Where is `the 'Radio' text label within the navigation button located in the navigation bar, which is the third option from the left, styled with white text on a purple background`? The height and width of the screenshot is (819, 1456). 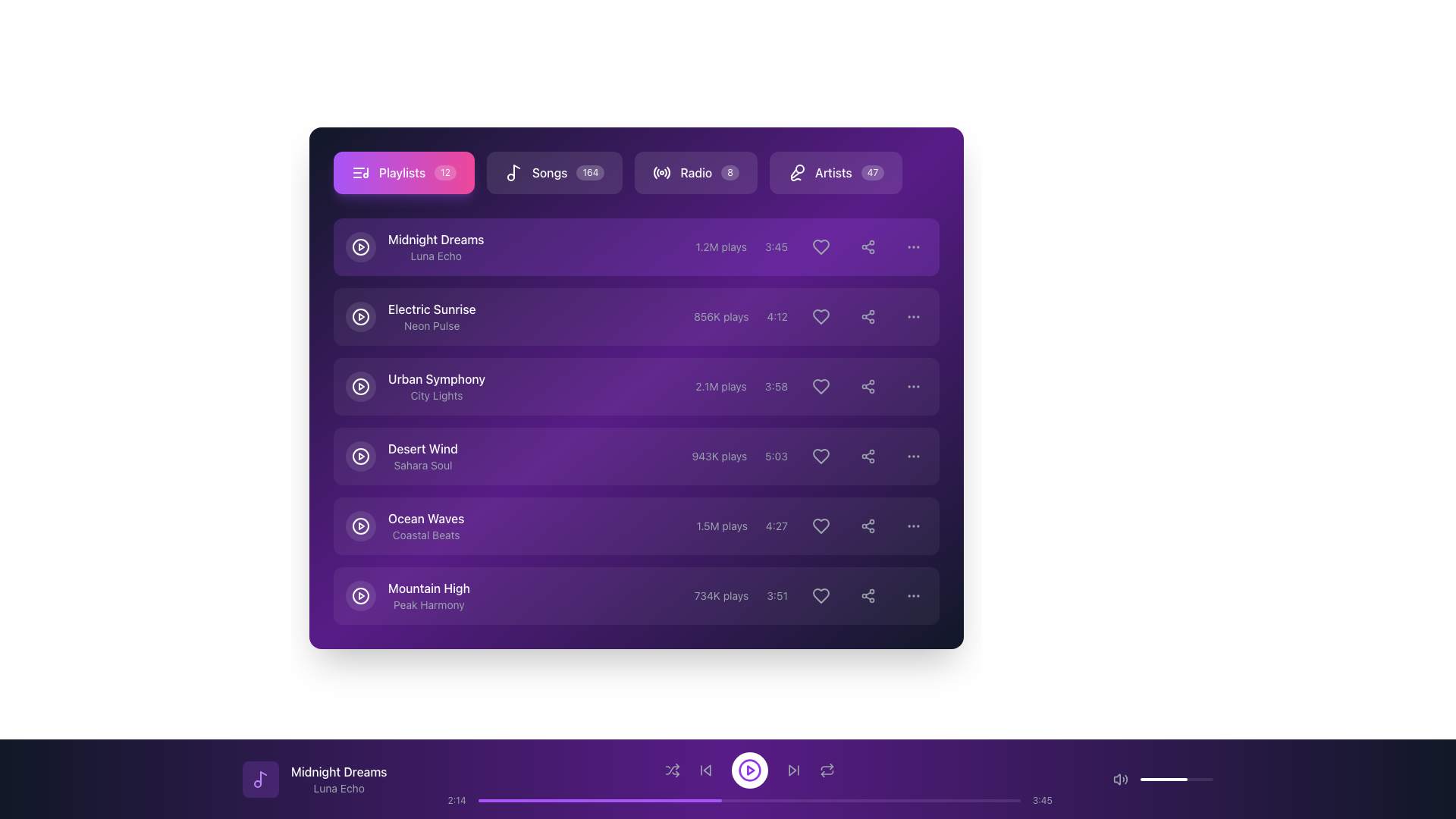 the 'Radio' text label within the navigation button located in the navigation bar, which is the third option from the left, styled with white text on a purple background is located at coordinates (695, 171).